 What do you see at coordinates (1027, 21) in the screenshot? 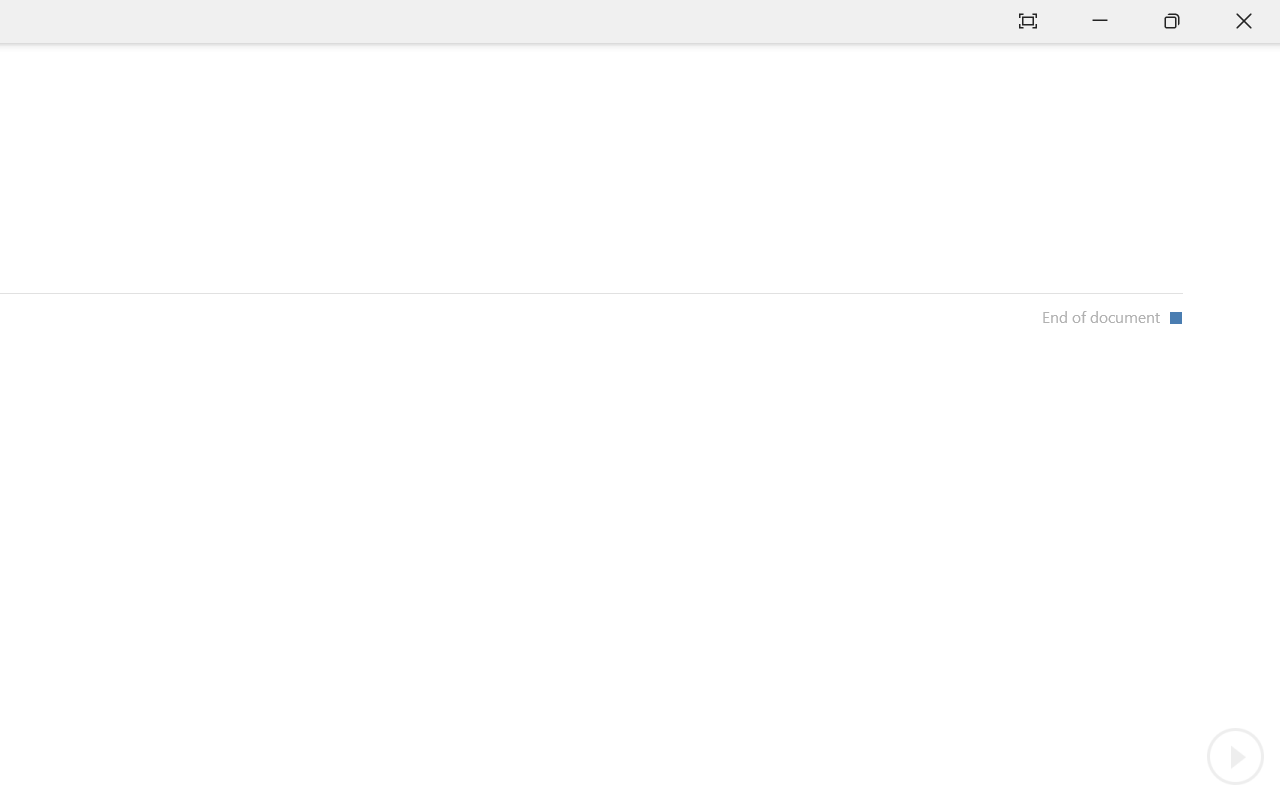
I see `'Auto-hide Reading Toolbar'` at bounding box center [1027, 21].